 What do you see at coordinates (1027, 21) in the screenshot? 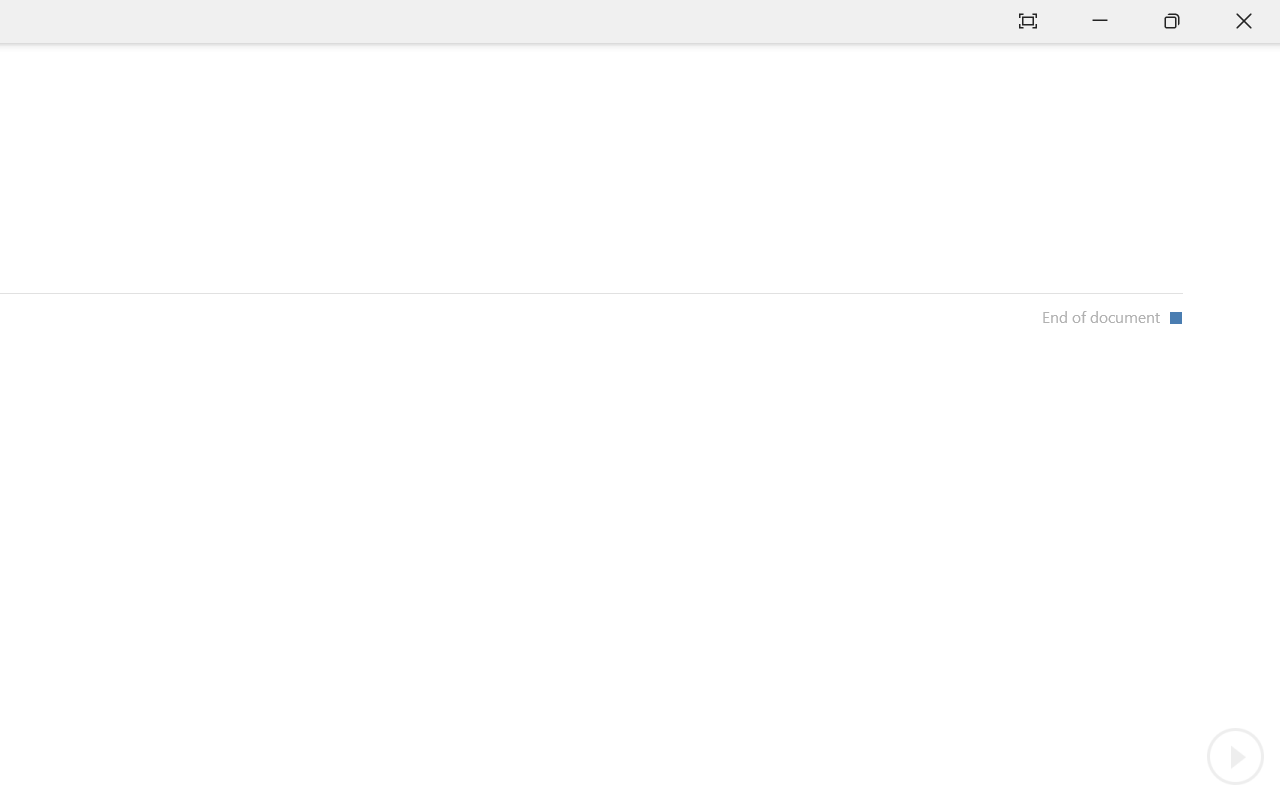
I see `'Auto-hide Reading Toolbar'` at bounding box center [1027, 21].